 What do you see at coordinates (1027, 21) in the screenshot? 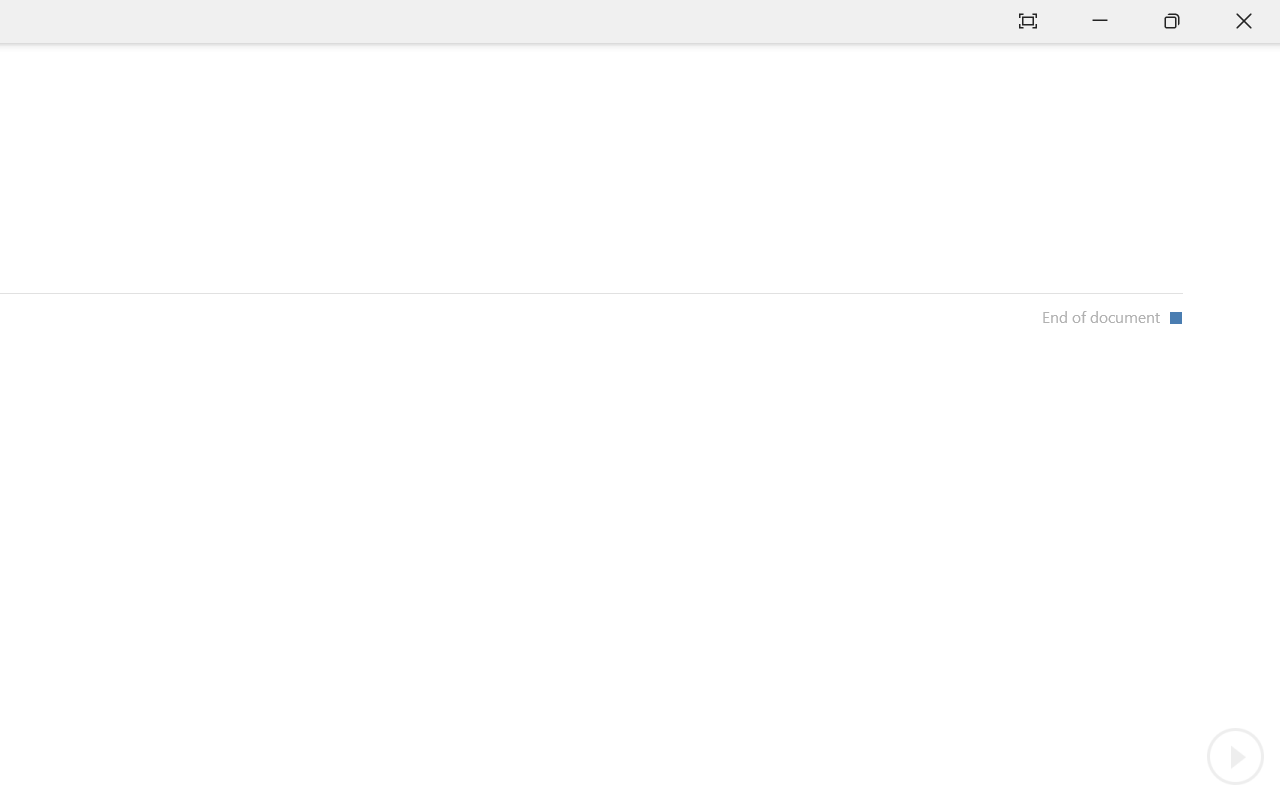
I see `'Auto-hide Reading Toolbar'` at bounding box center [1027, 21].